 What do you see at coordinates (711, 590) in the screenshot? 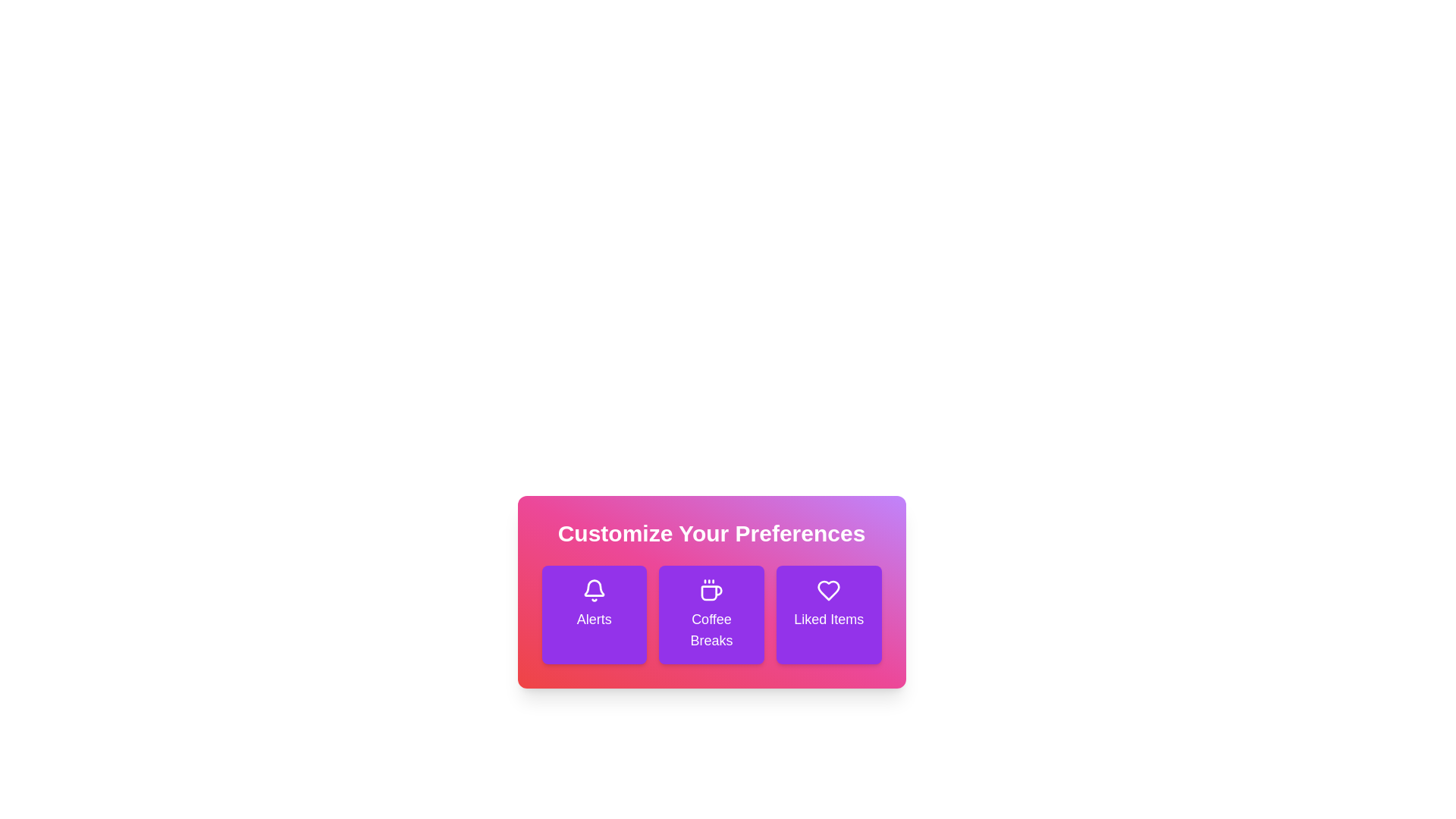
I see `the 'Coffee Breaks' icon located at the center of the card labeled 'Coffee Breaks'` at bounding box center [711, 590].